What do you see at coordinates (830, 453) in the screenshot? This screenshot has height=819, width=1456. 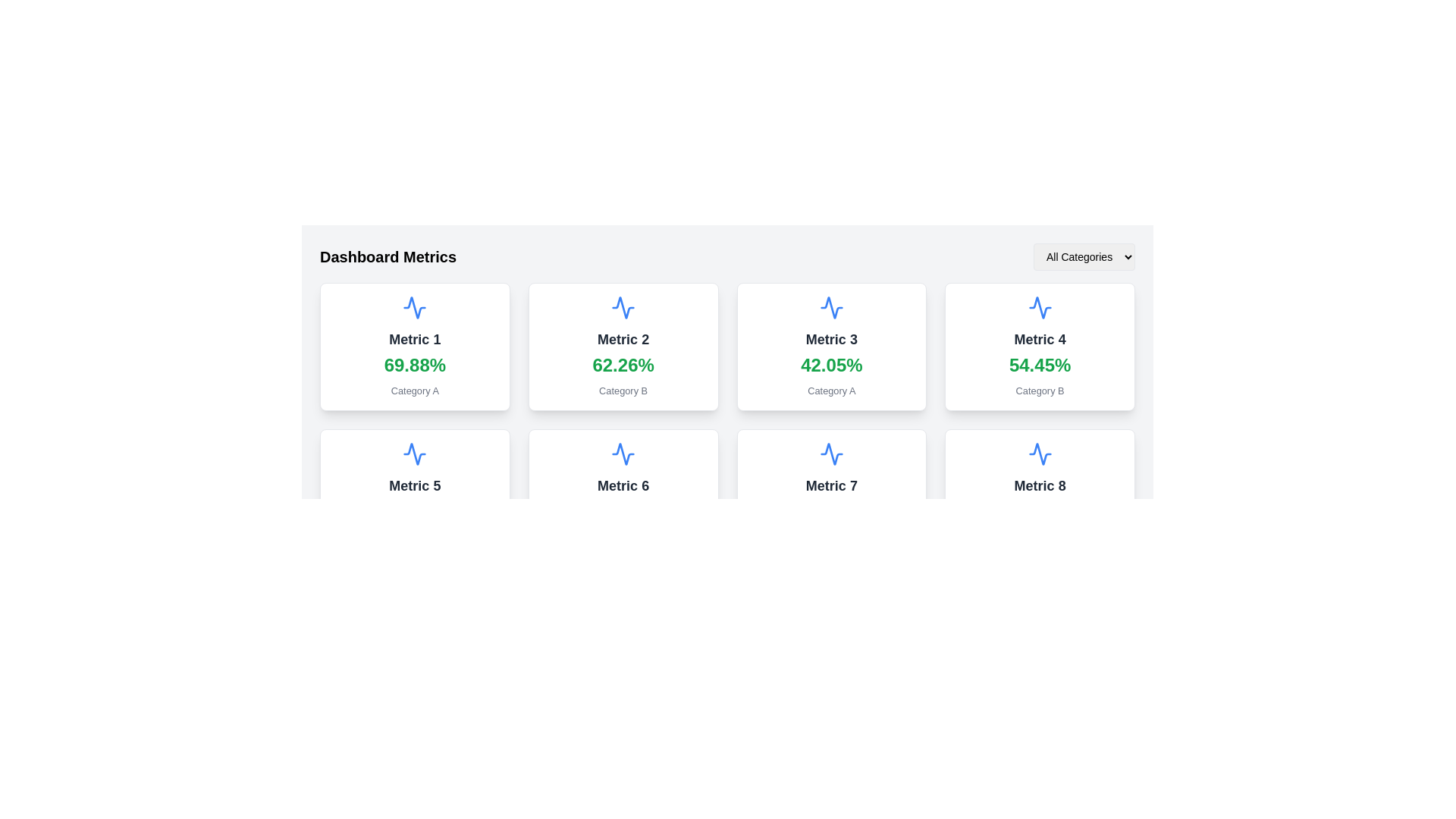 I see `the blue vector graphic icon representing an activity waveform within the card labeled 'Metric 7', which is centrally positioned above the displayed text` at bounding box center [830, 453].